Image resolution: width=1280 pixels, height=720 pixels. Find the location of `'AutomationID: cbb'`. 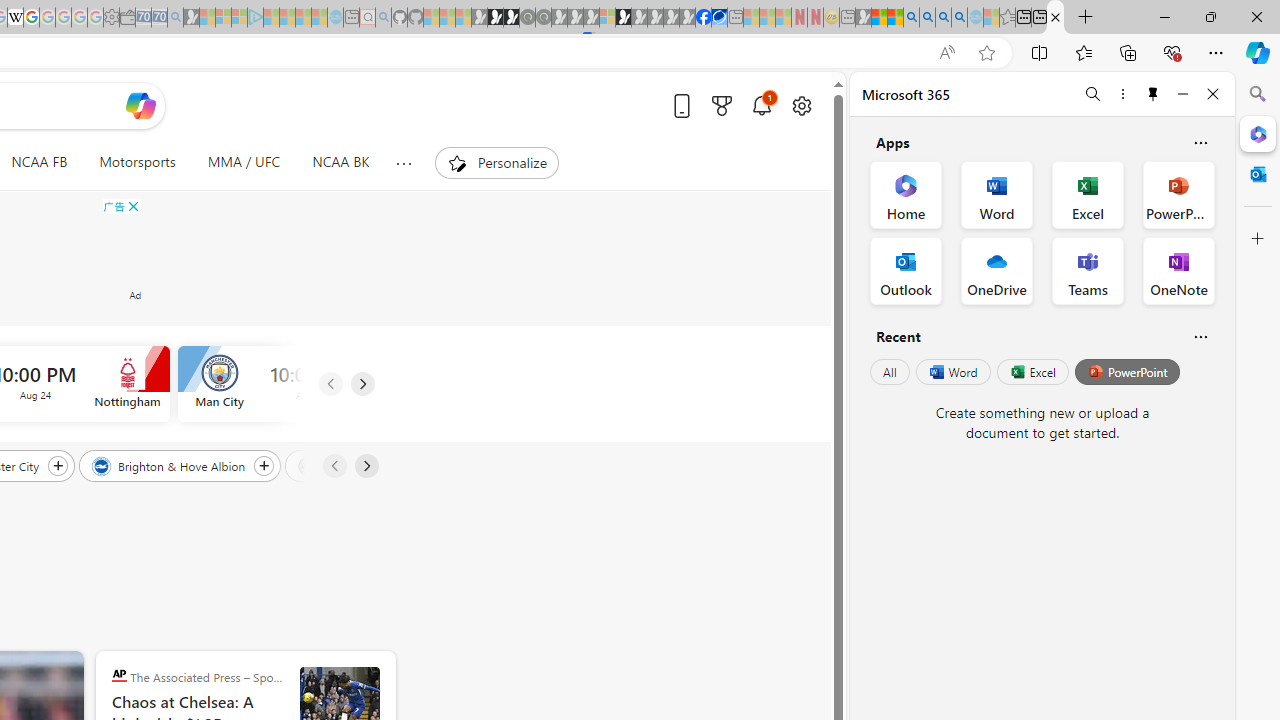

'AutomationID: cbb' is located at coordinates (132, 206).